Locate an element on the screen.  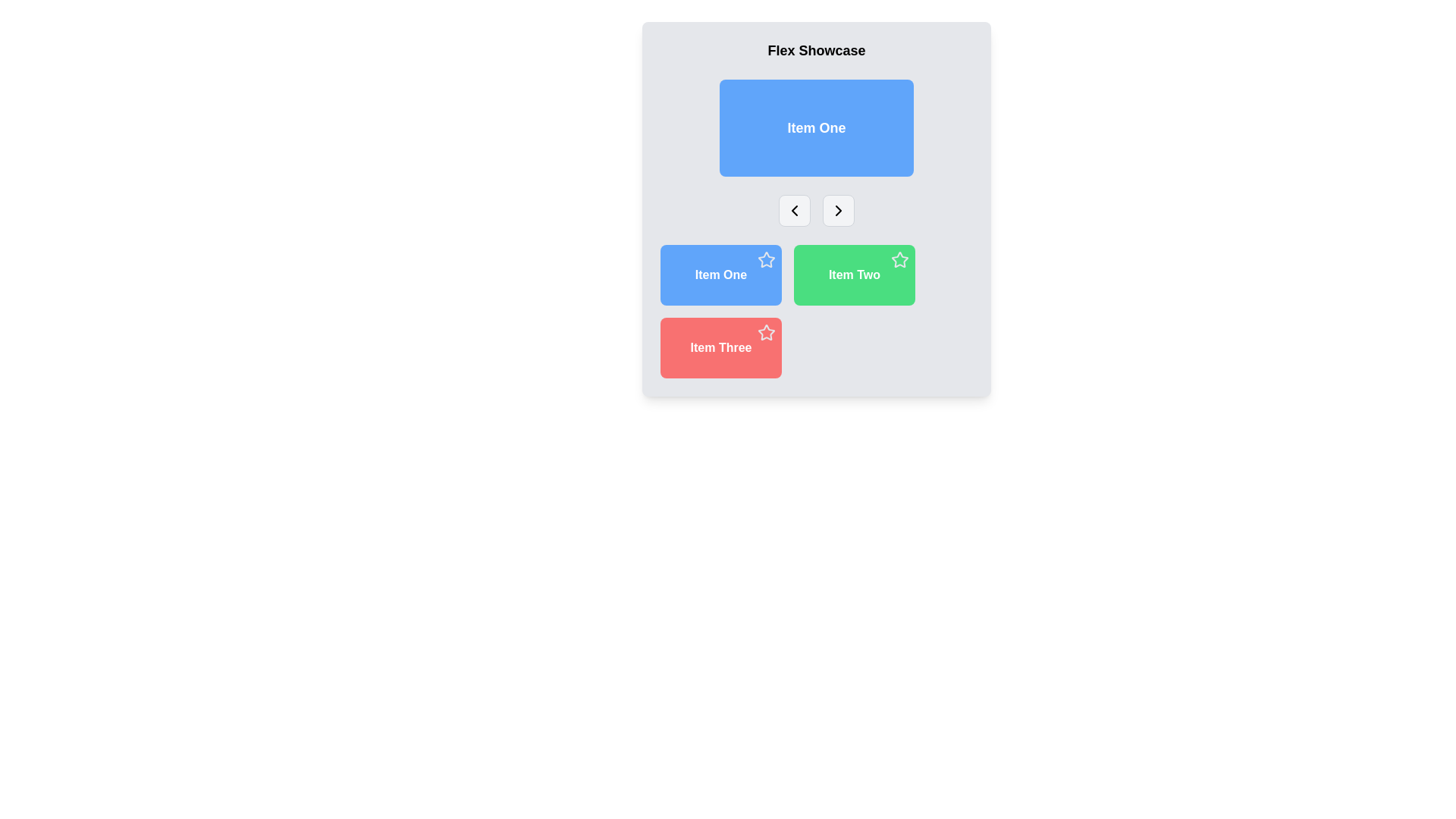
the interactive button in the top-right corner of the blue block labeled 'Item One' is located at coordinates (767, 259).